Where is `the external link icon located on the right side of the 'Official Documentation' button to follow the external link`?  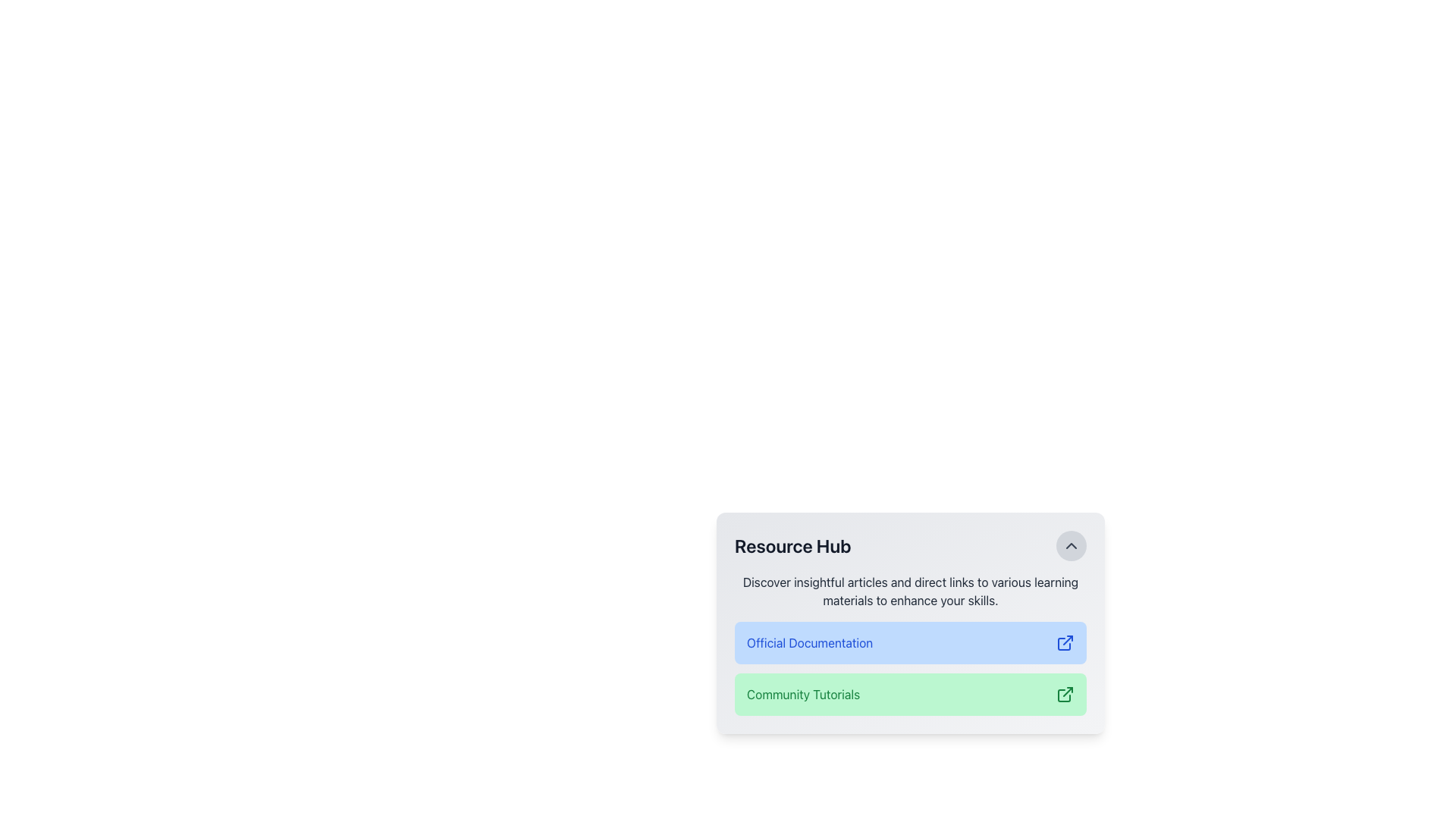
the external link icon located on the right side of the 'Official Documentation' button to follow the external link is located at coordinates (1065, 643).